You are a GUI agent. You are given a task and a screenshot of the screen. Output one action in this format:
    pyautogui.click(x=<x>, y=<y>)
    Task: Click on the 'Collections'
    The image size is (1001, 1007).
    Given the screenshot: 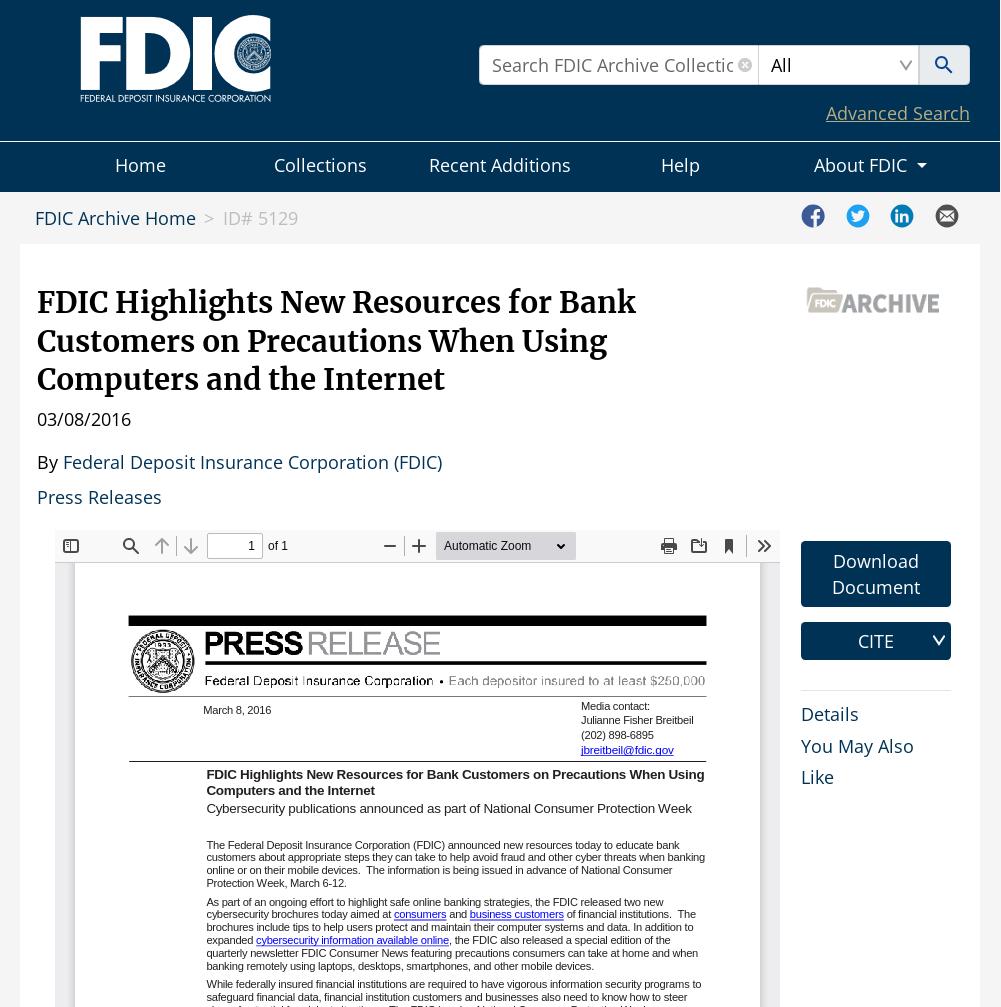 What is the action you would take?
    pyautogui.click(x=271, y=165)
    